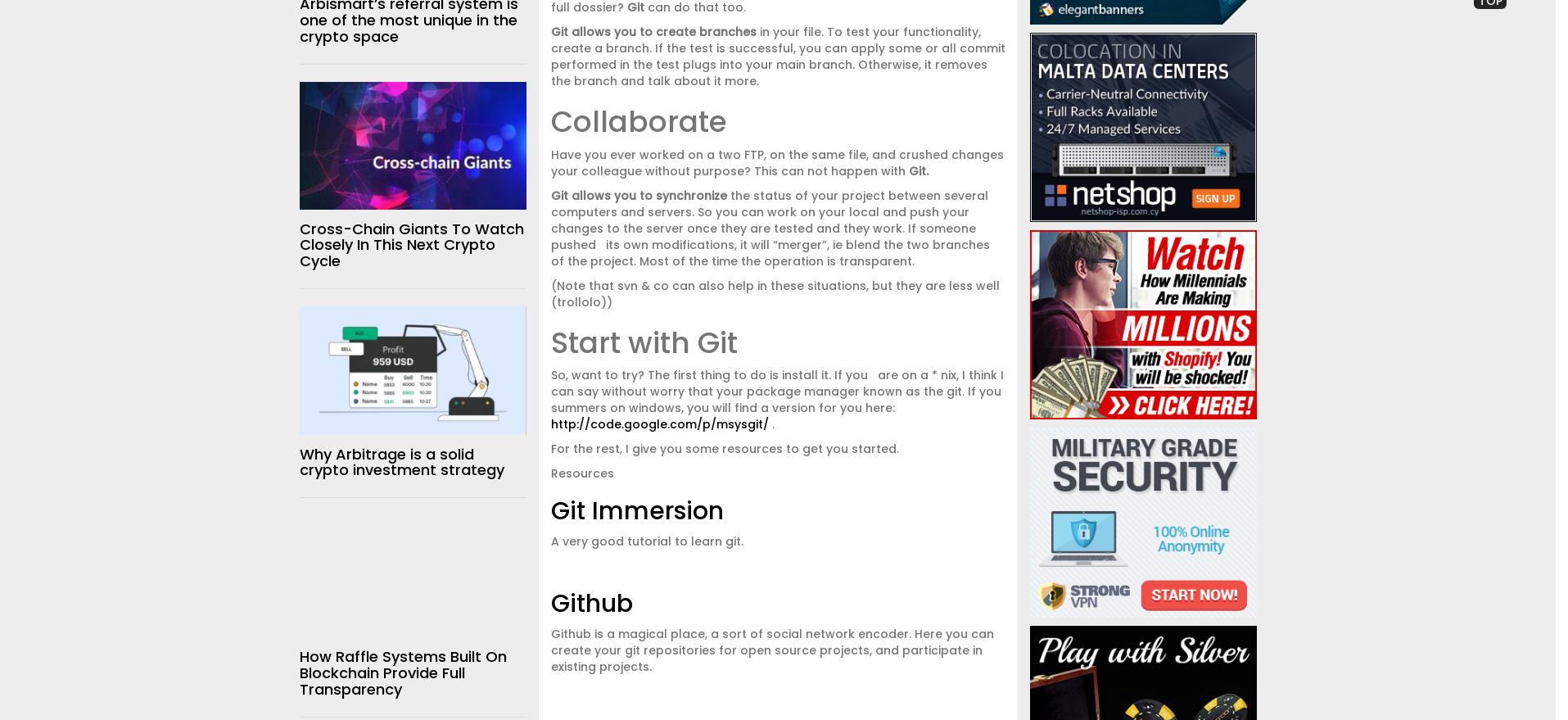 The width and height of the screenshot is (1568, 720). What do you see at coordinates (596, 374) in the screenshot?
I see `'So, want to try?'` at bounding box center [596, 374].